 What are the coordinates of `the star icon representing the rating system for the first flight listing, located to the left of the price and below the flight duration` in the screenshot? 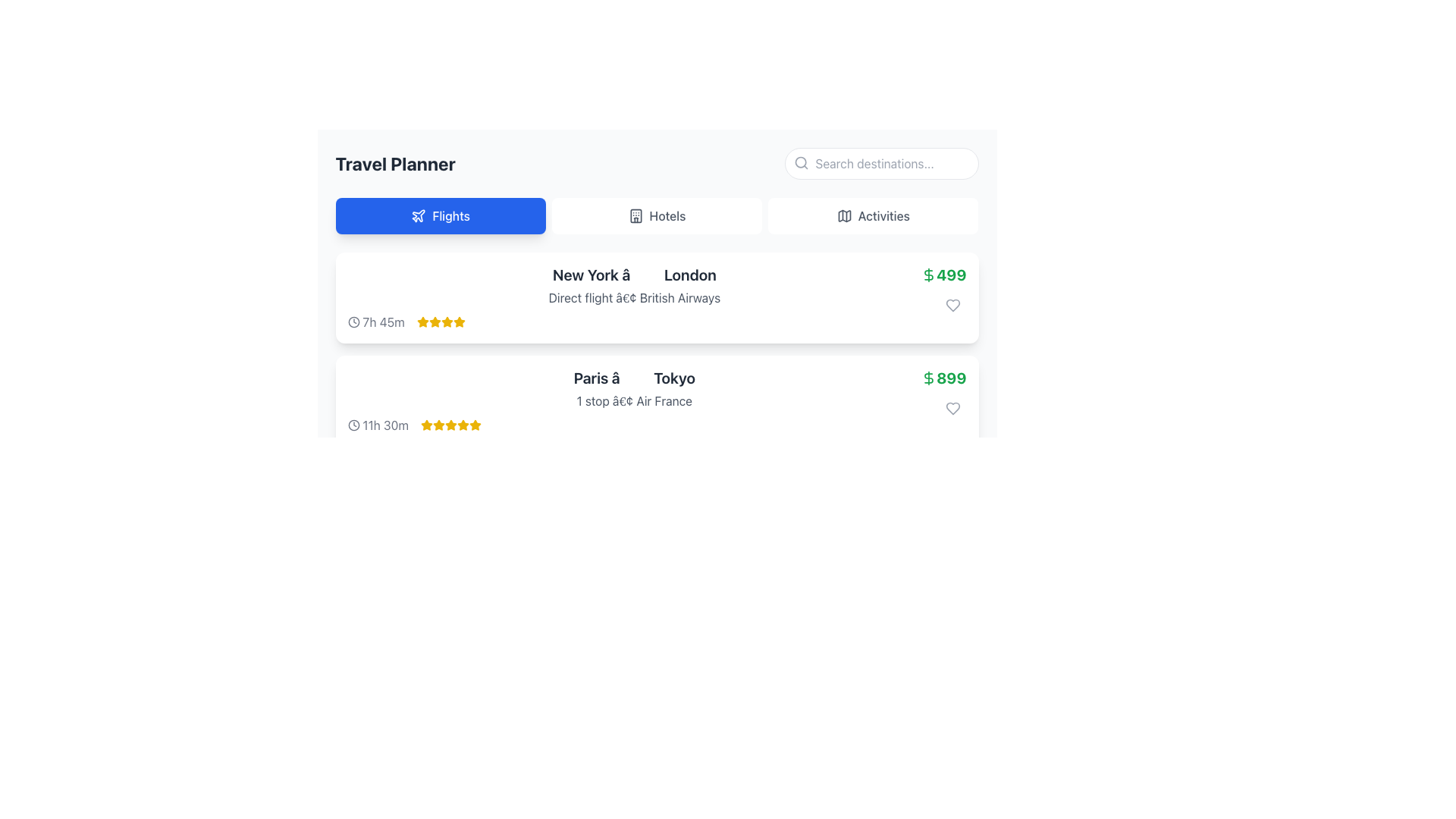 It's located at (422, 321).